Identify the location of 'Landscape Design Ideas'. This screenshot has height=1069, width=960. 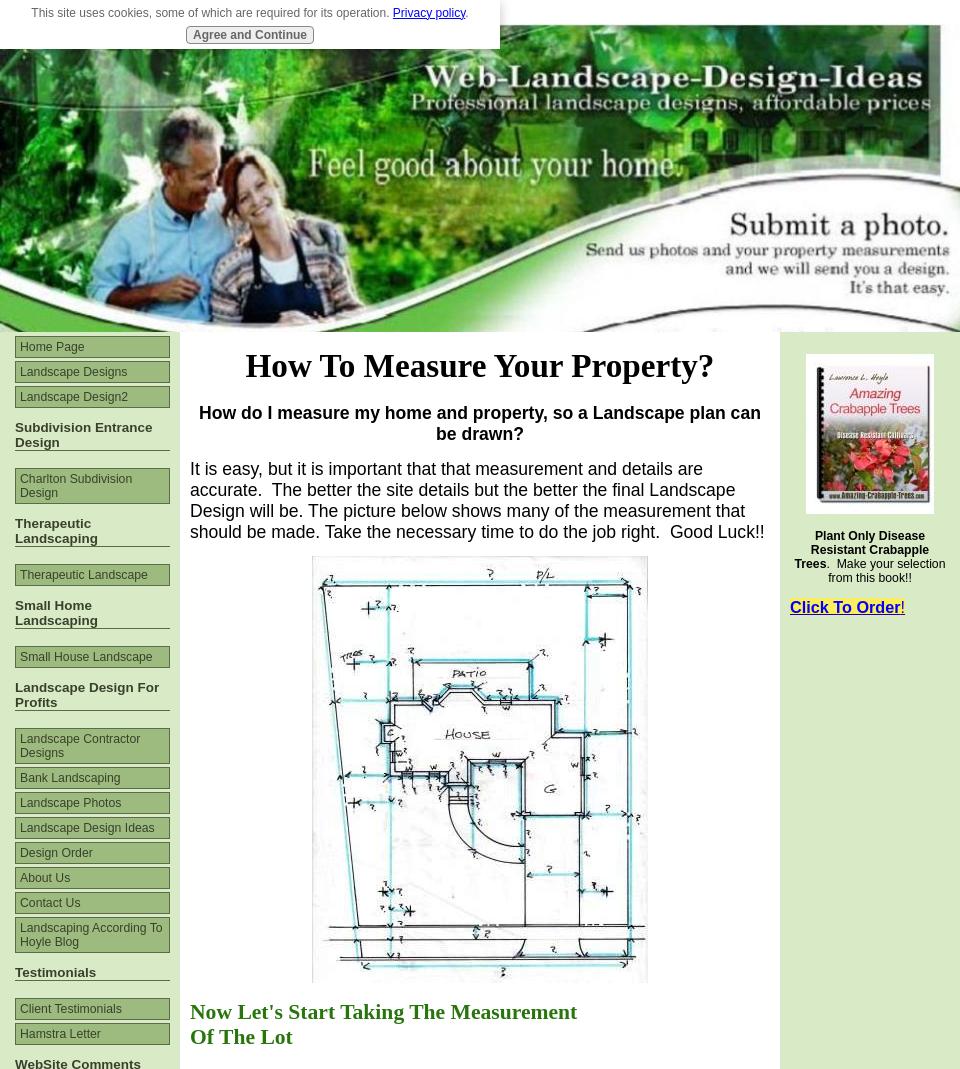
(86, 828).